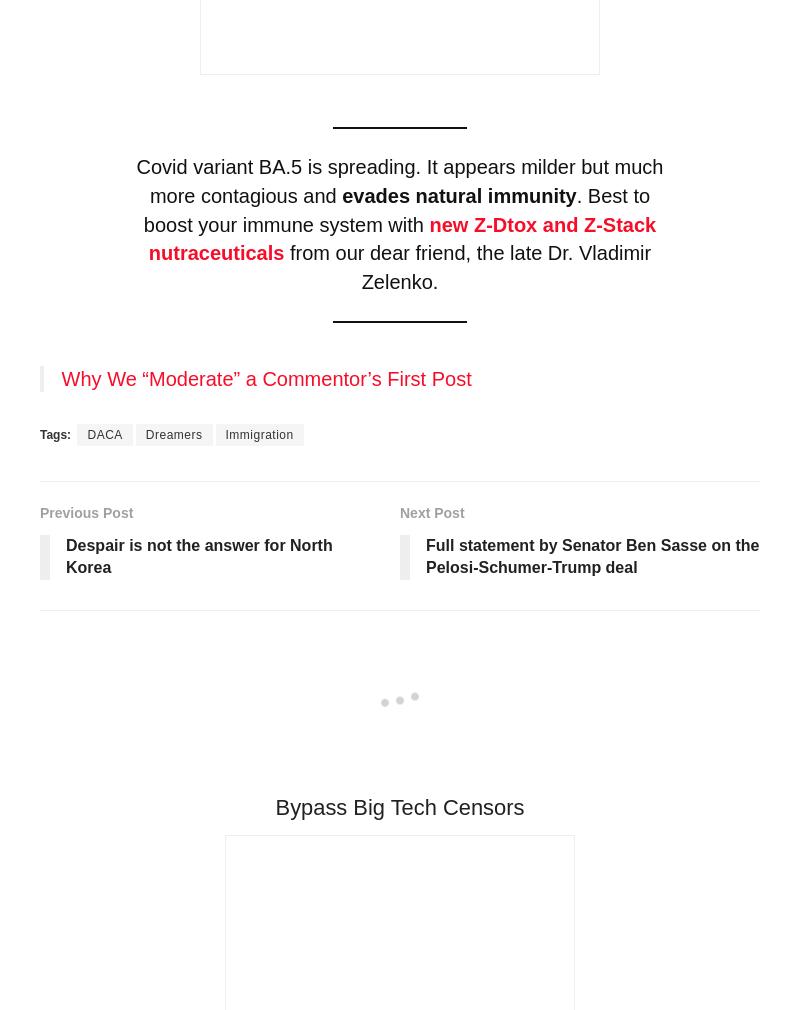 The height and width of the screenshot is (1010, 800). Describe the element at coordinates (65, 555) in the screenshot. I see `'Despair is not the answer for North Korea'` at that location.